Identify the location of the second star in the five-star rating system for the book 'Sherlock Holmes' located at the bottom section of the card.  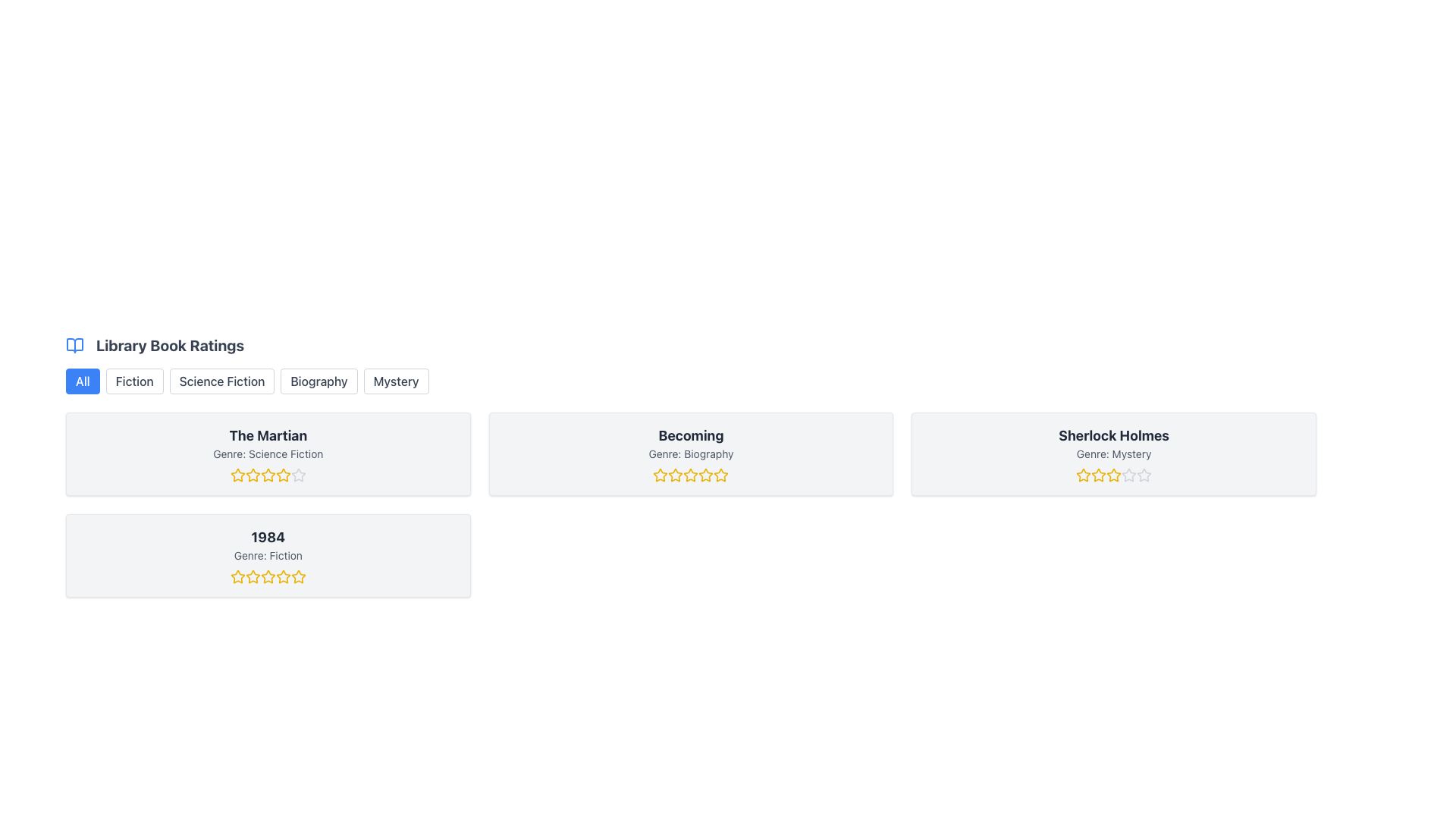
(1114, 474).